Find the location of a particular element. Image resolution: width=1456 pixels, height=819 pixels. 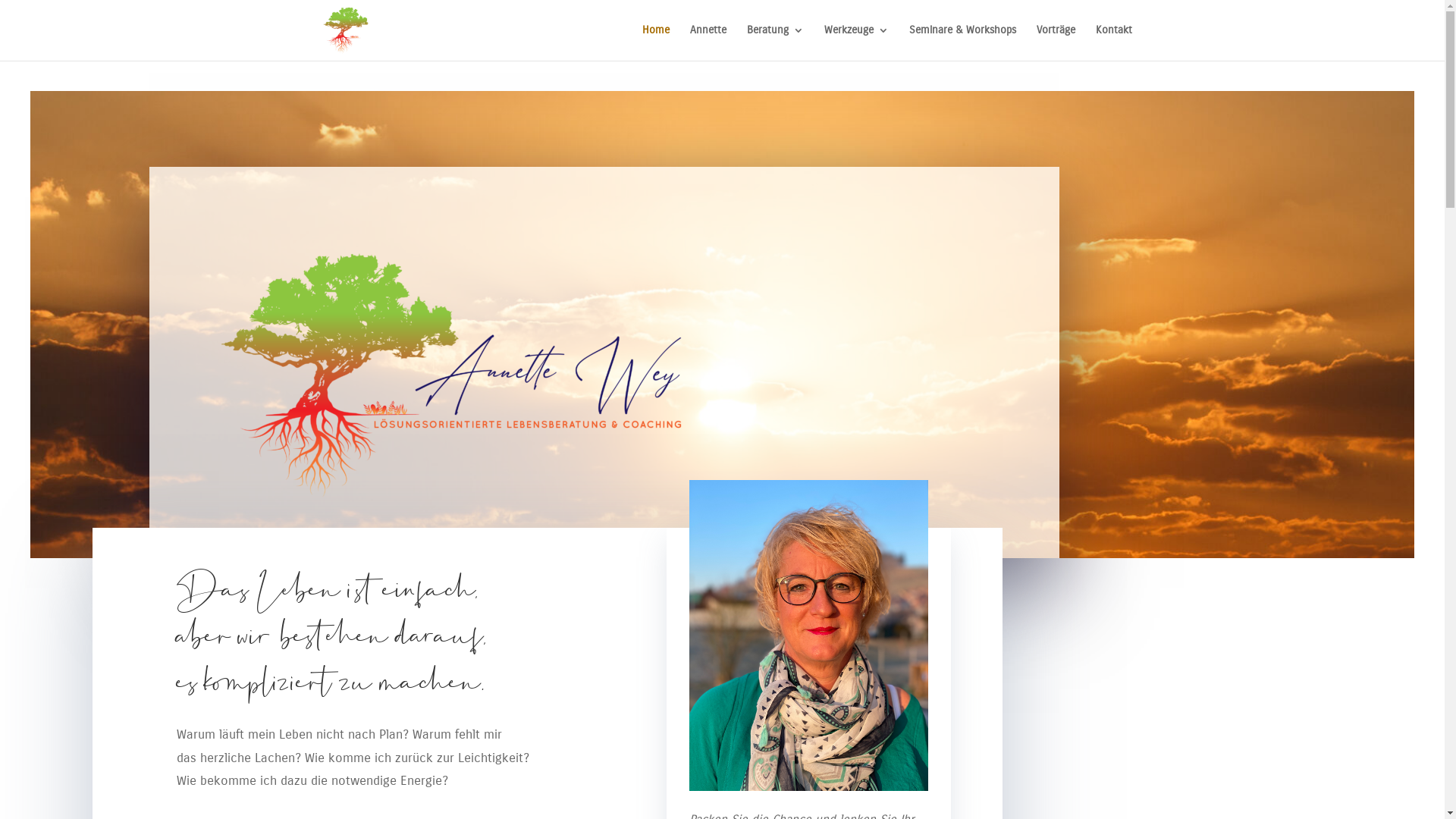

'Home' is located at coordinates (655, 42).